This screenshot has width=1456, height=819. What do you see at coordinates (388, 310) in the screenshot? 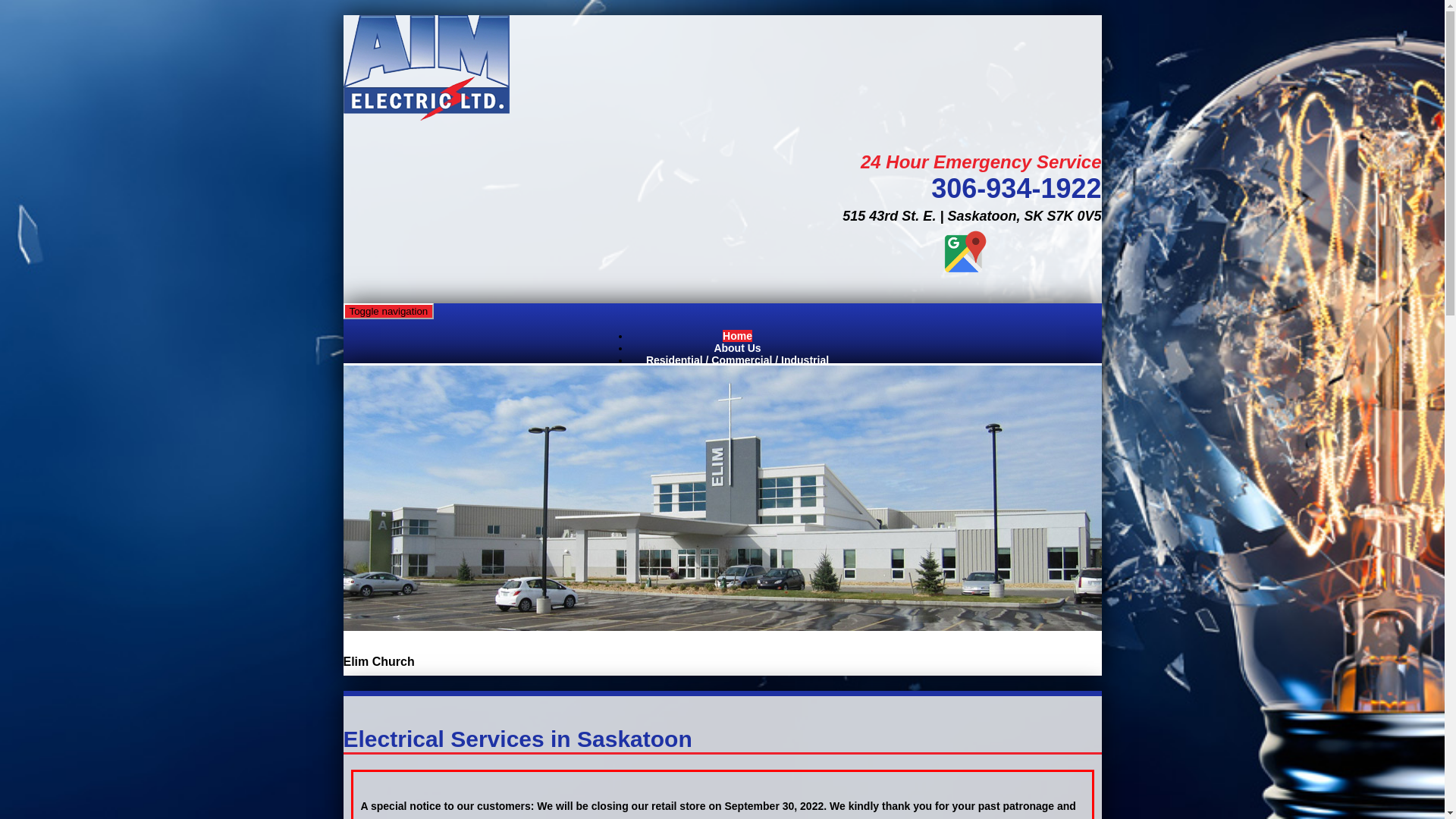
I see `'Toggle navigation'` at bounding box center [388, 310].